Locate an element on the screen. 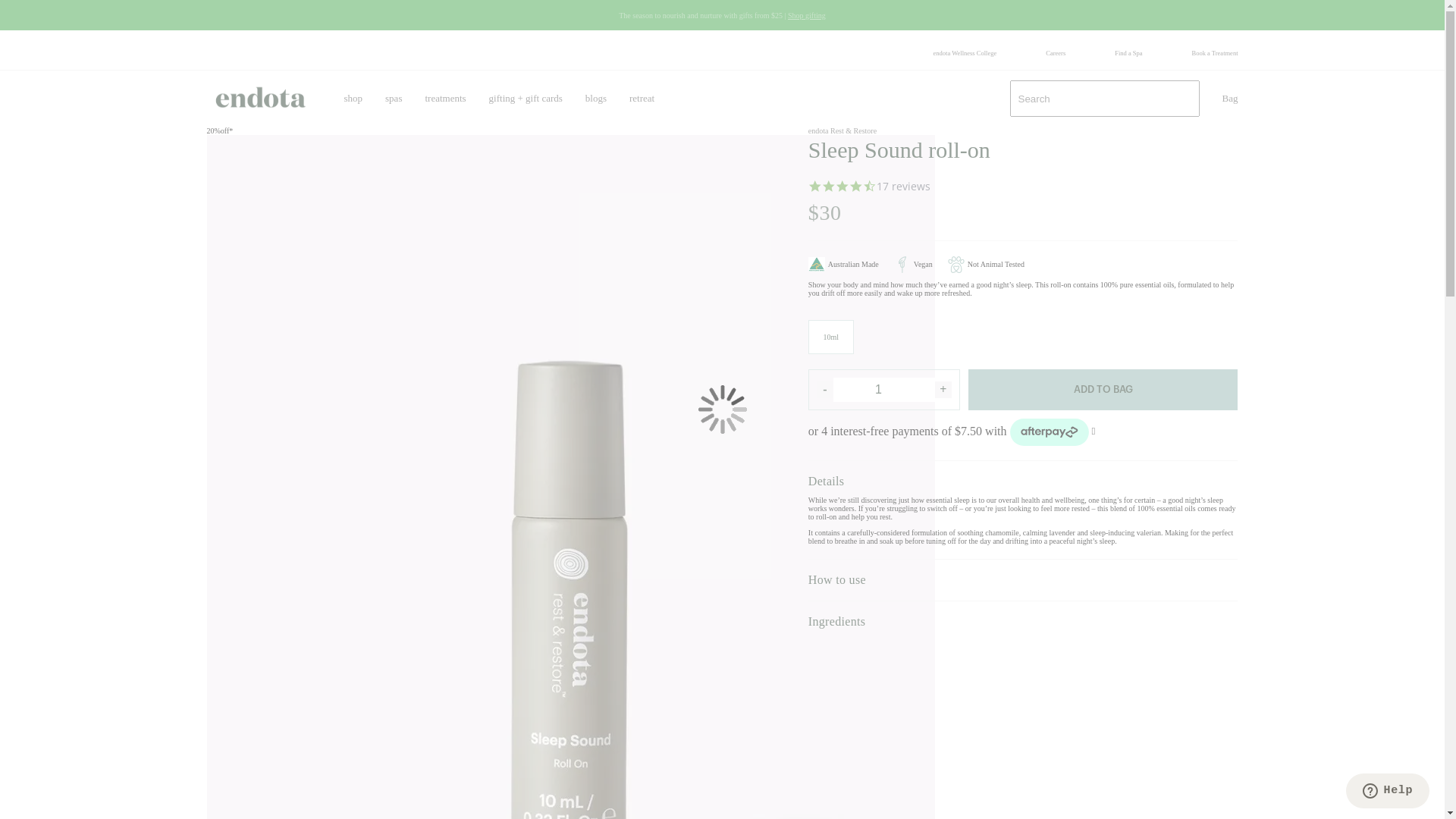 Image resolution: width=1456 pixels, height=819 pixels. '+' is located at coordinates (942, 388).